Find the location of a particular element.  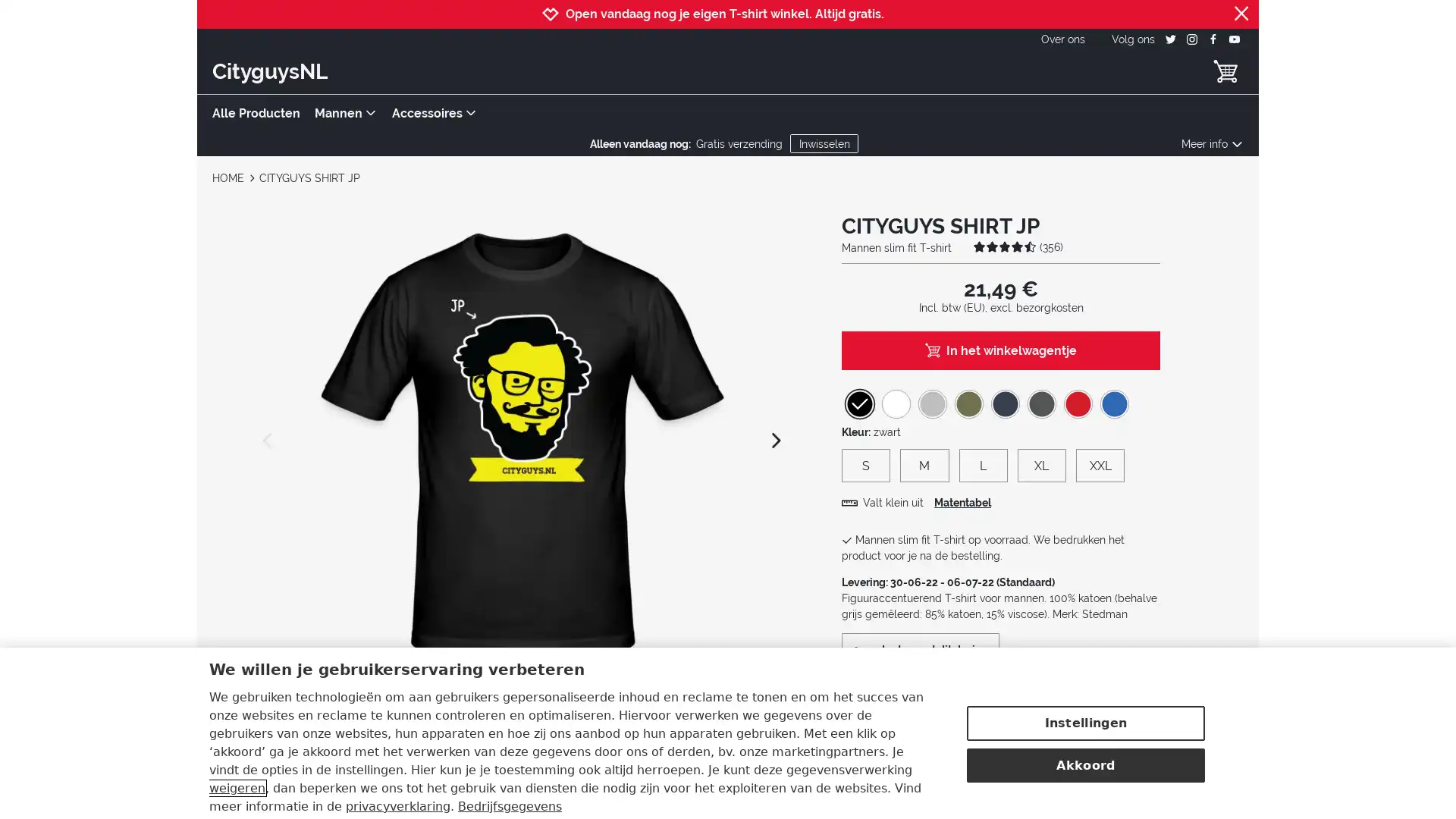

next image is located at coordinates (775, 439).